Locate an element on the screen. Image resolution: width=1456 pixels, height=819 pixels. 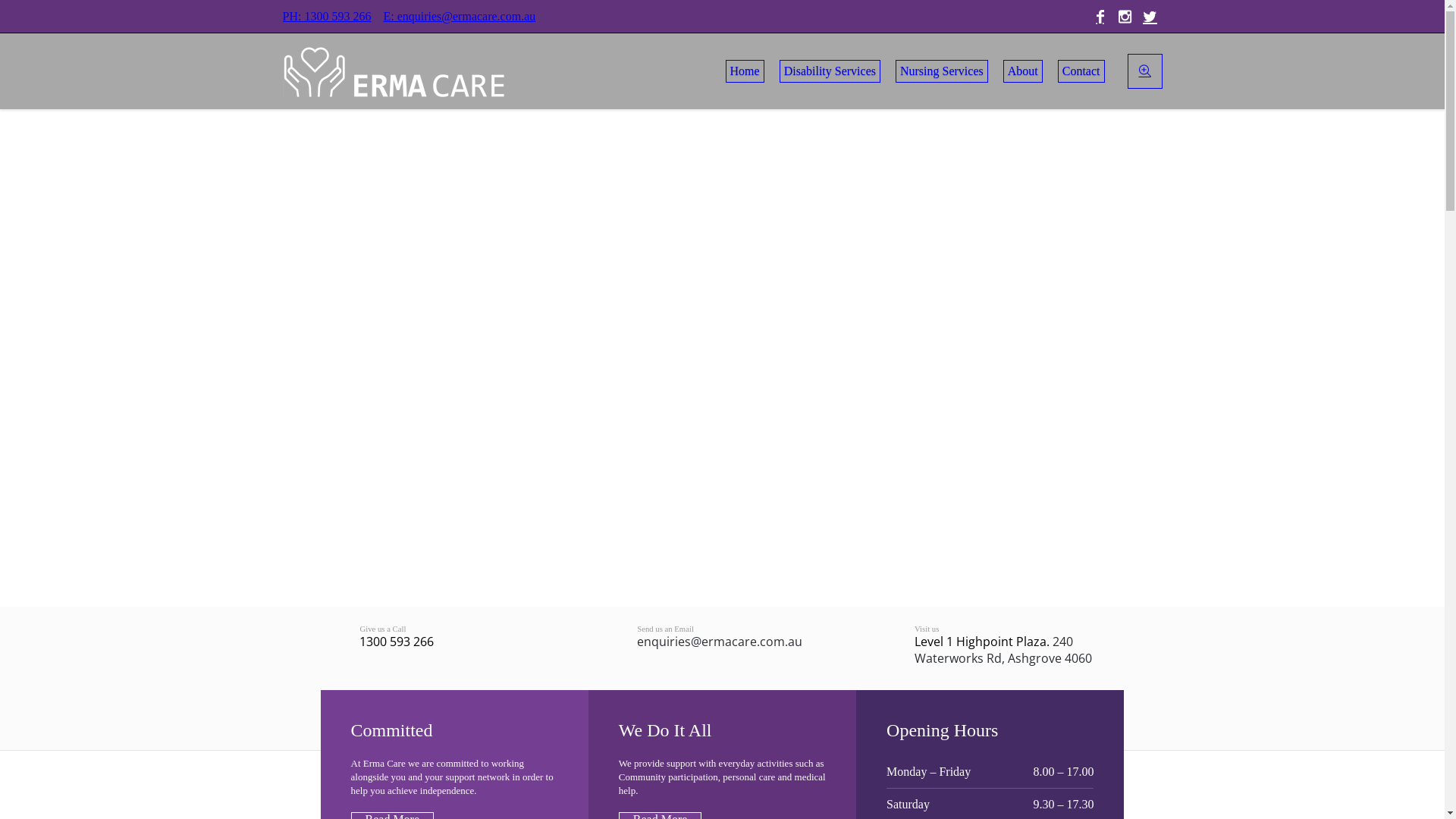
'Twitter' is located at coordinates (1150, 17).